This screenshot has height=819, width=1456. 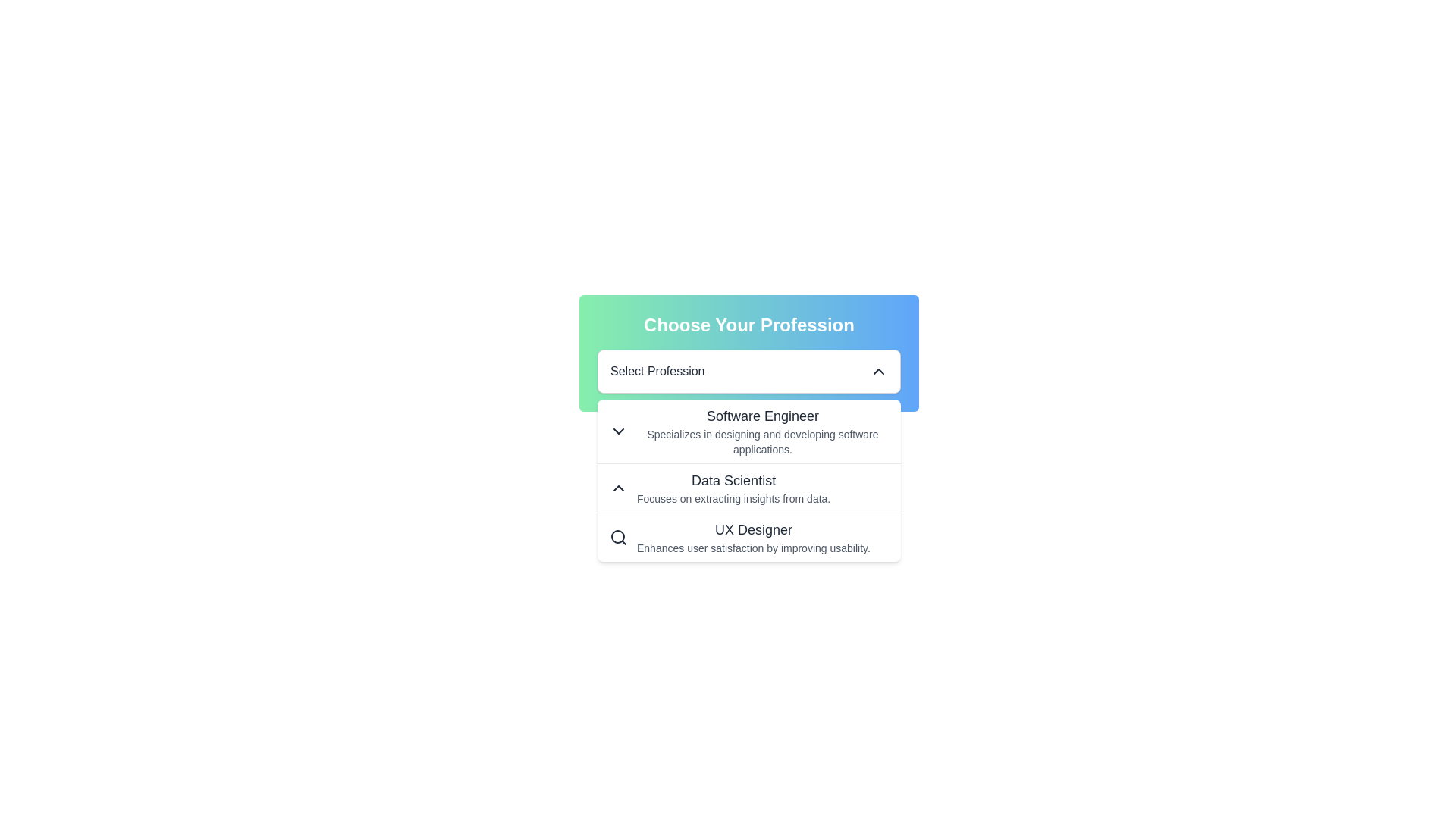 I want to click on the 'Select Profession' dropdown menu, so click(x=749, y=371).